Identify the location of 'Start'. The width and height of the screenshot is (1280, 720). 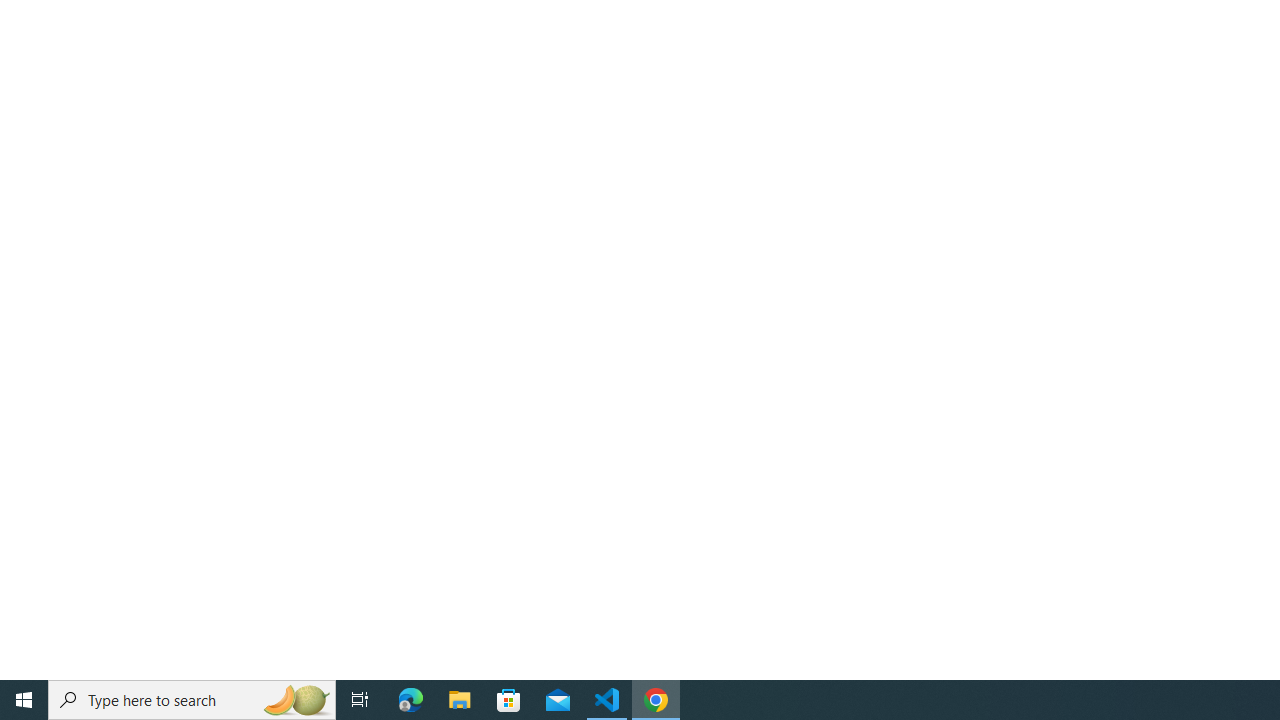
(24, 698).